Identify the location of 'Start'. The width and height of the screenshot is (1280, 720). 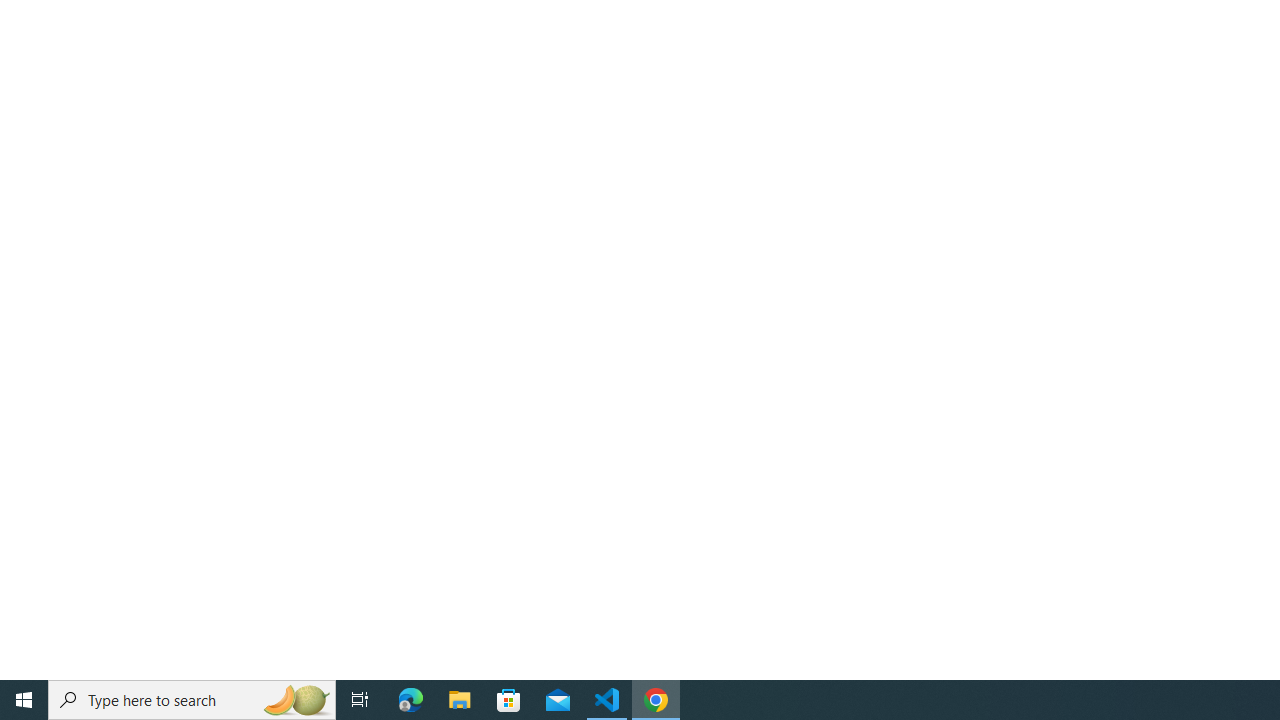
(24, 698).